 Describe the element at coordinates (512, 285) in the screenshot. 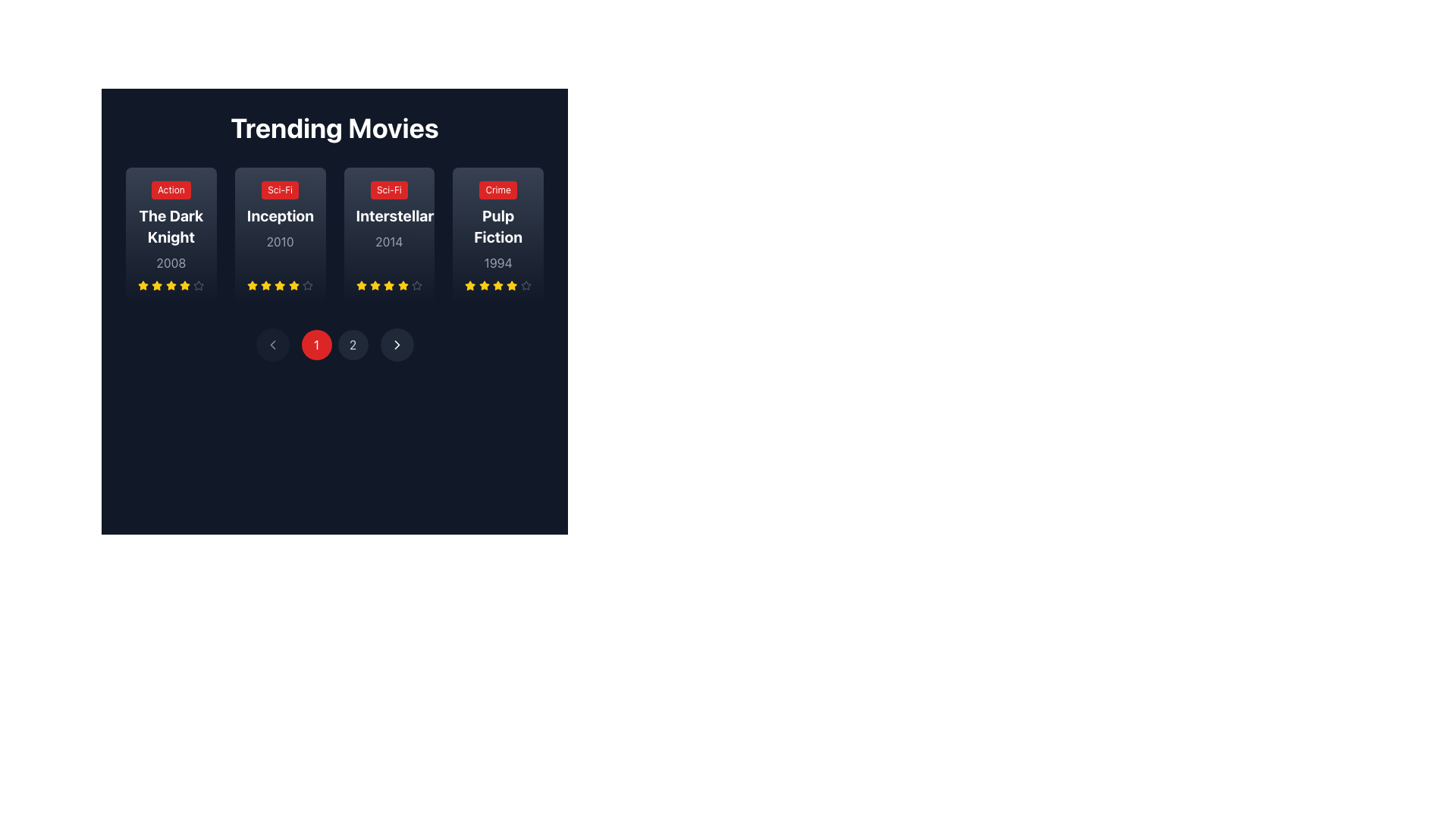

I see `the yellow star icon representing the first rating level for the 'Pulp Fiction' card in the 'Trending Movies' section` at that location.